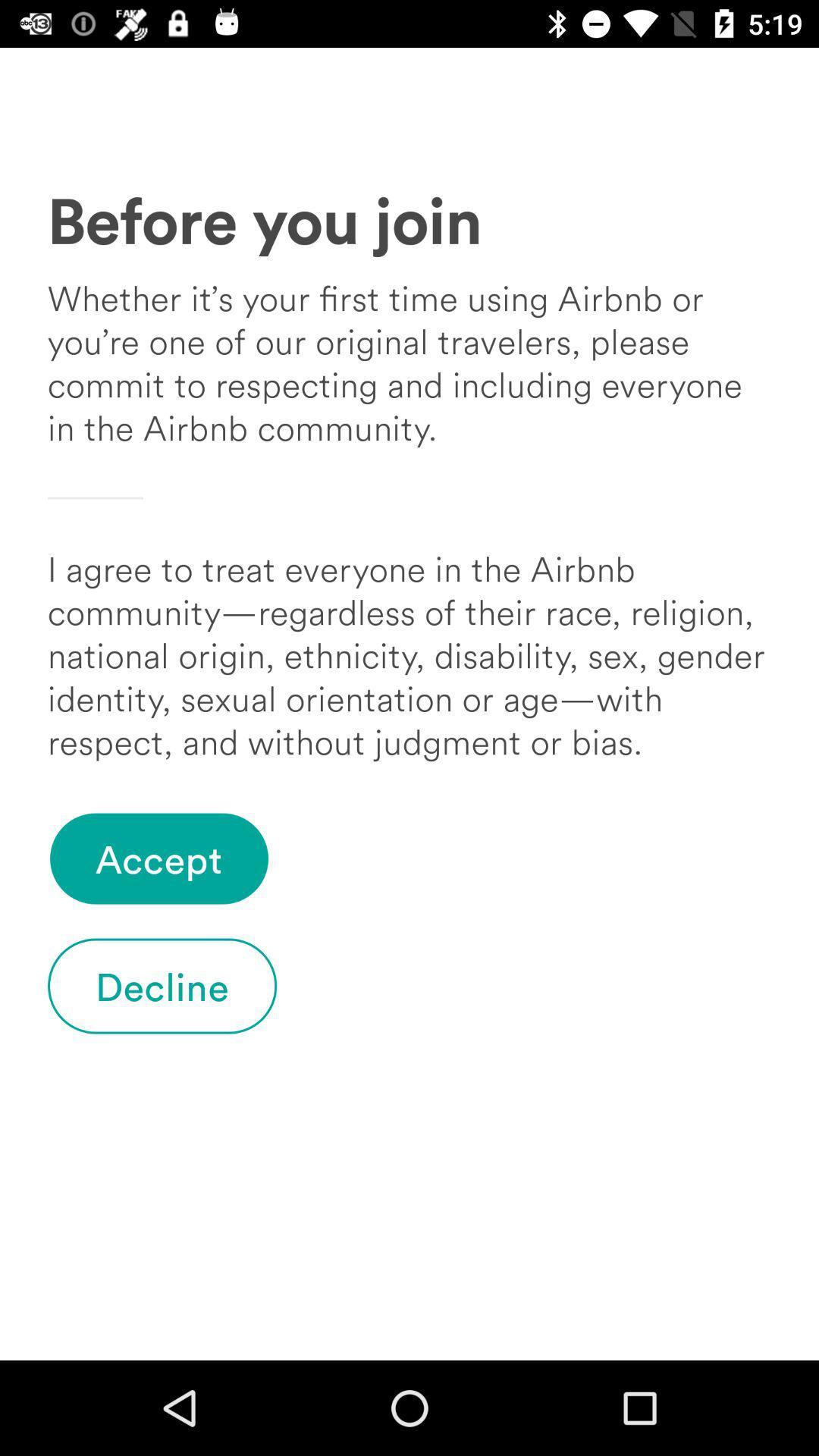 This screenshot has width=819, height=1456. What do you see at coordinates (158, 858) in the screenshot?
I see `the icon below i agree to item` at bounding box center [158, 858].